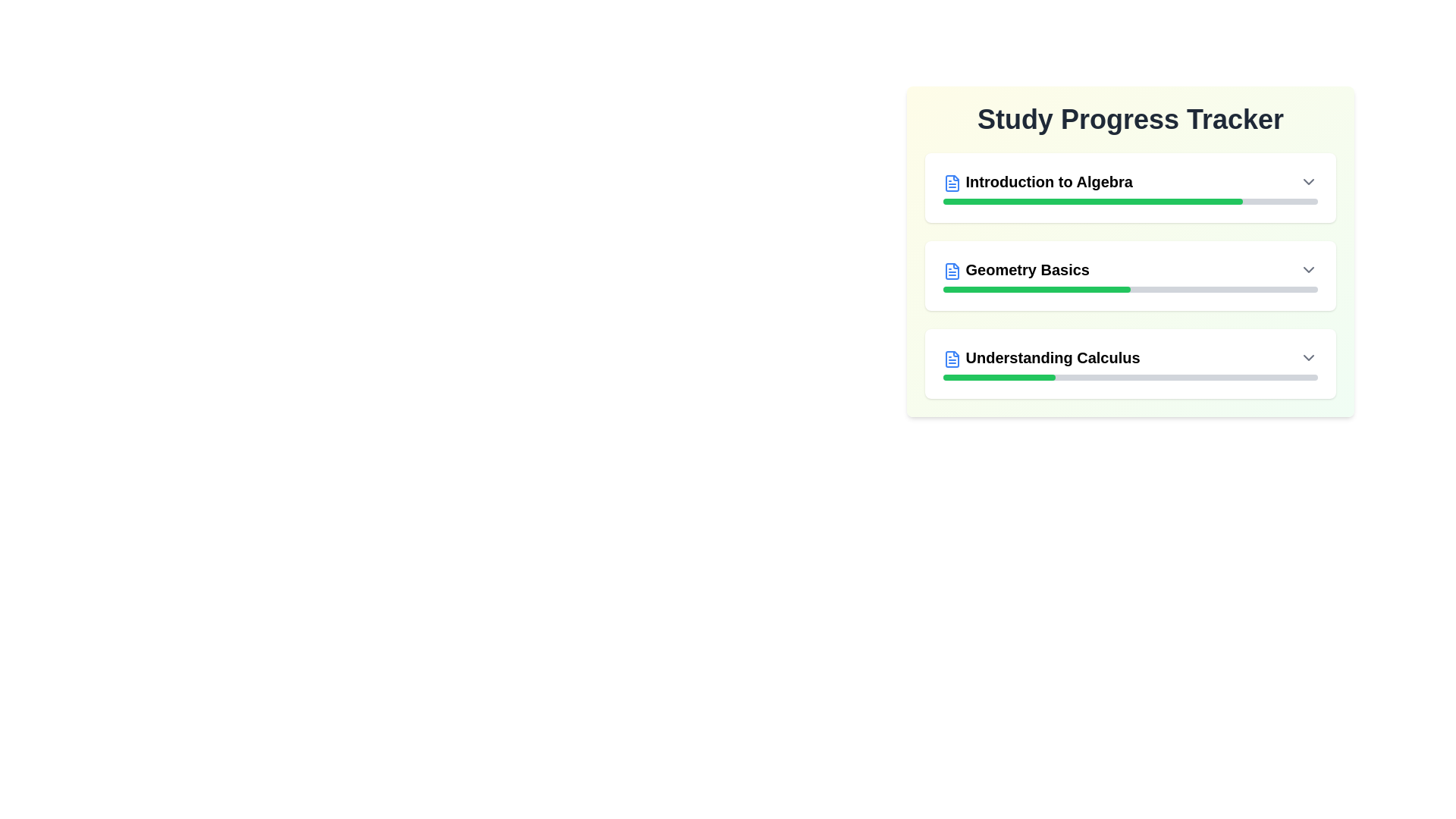 The width and height of the screenshot is (1456, 819). What do you see at coordinates (1016, 268) in the screenshot?
I see `the 'Geometry Basics' text label, which is a bold, black, large-sized title in the 'Study Progress Tracker' section, positioned between 'Introduction to Algebra' and 'Understanding Calculus'` at bounding box center [1016, 268].